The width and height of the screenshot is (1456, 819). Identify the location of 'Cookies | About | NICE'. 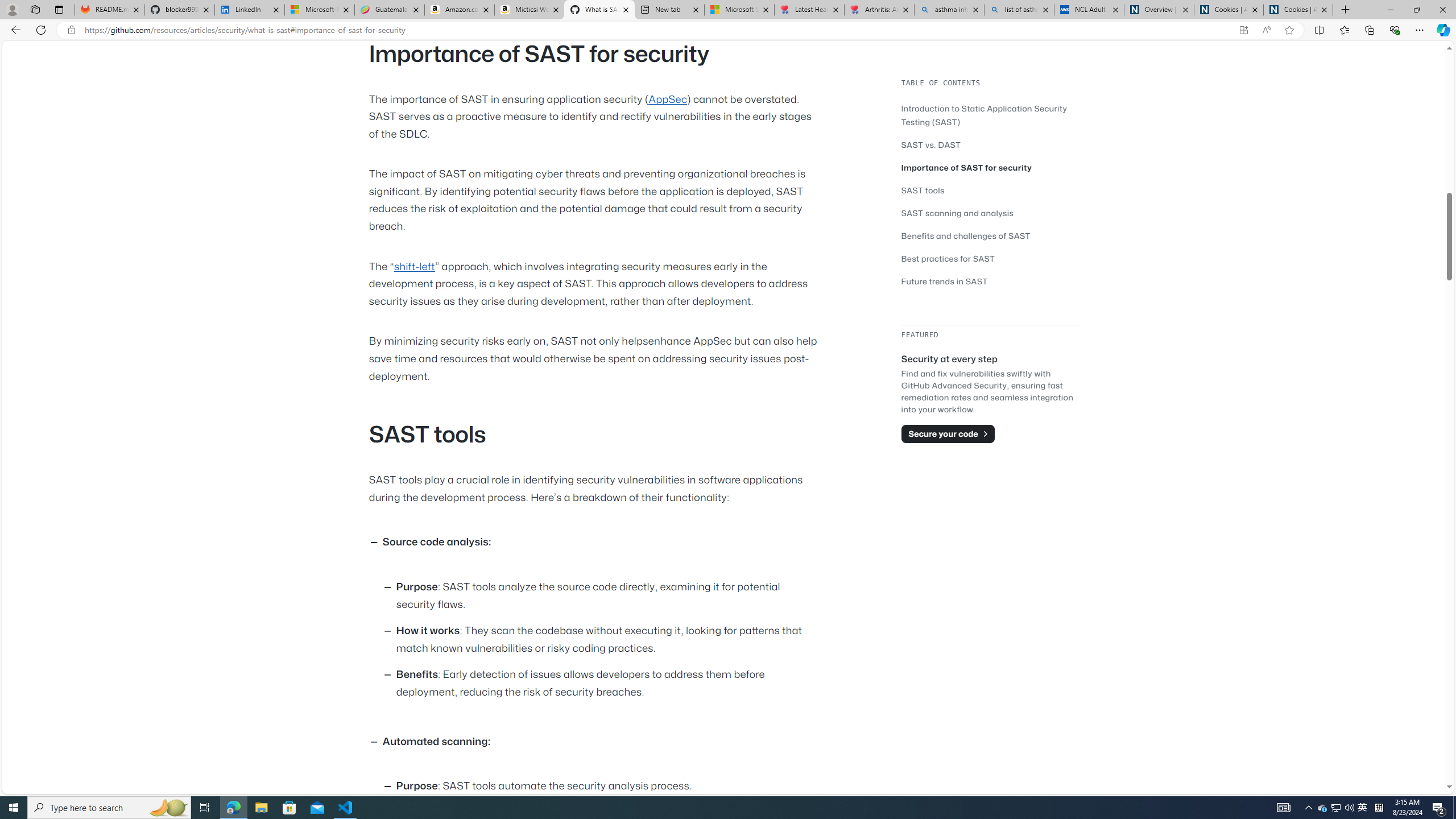
(1298, 9).